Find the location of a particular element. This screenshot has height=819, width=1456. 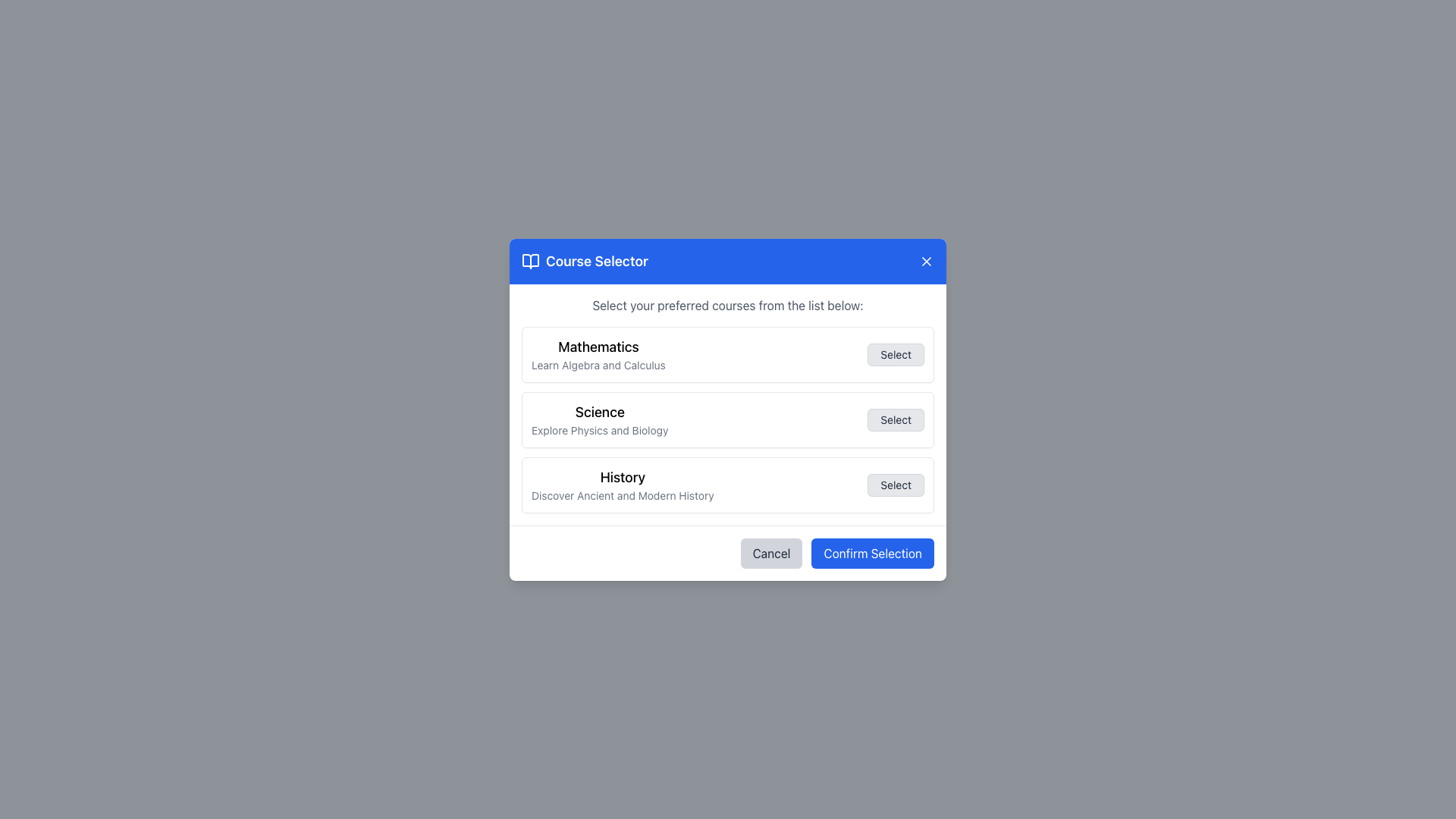

the 'Cancel' button located near the bottom-center of the interface, which has a light gray background and dark gray text is located at coordinates (771, 553).